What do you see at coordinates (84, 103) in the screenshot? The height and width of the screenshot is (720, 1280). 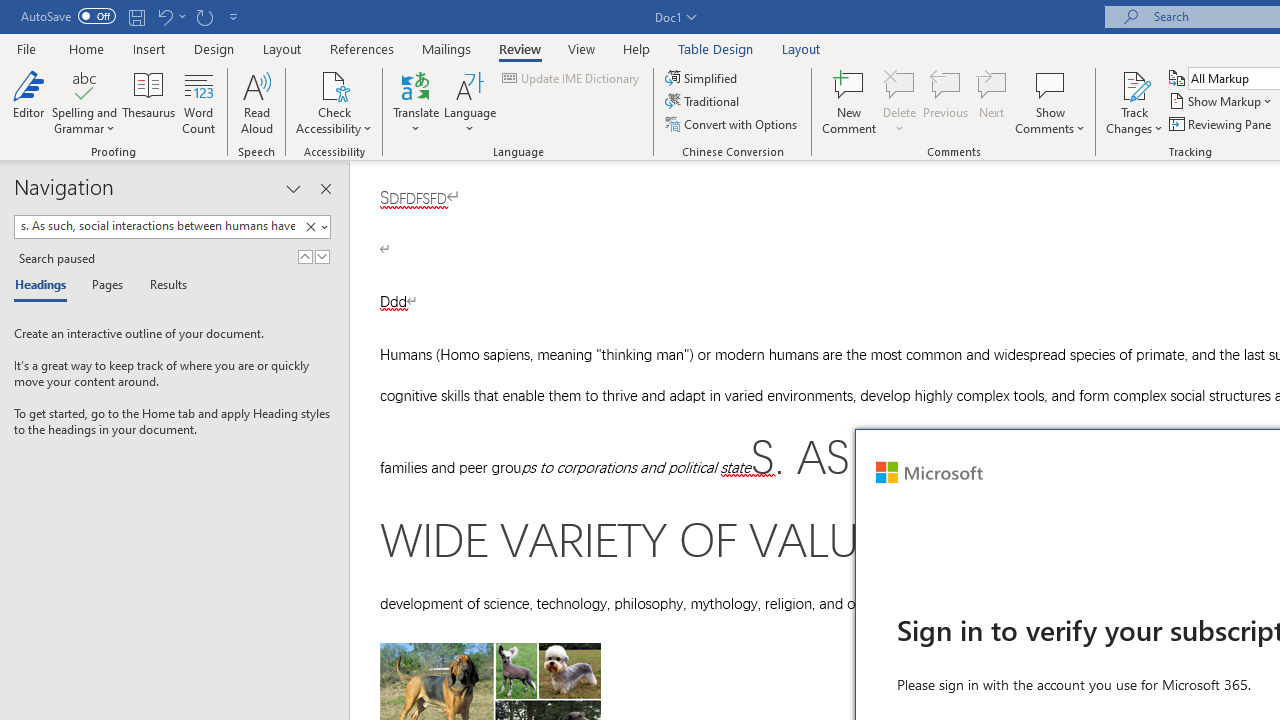 I see `'Spelling and Grammar'` at bounding box center [84, 103].